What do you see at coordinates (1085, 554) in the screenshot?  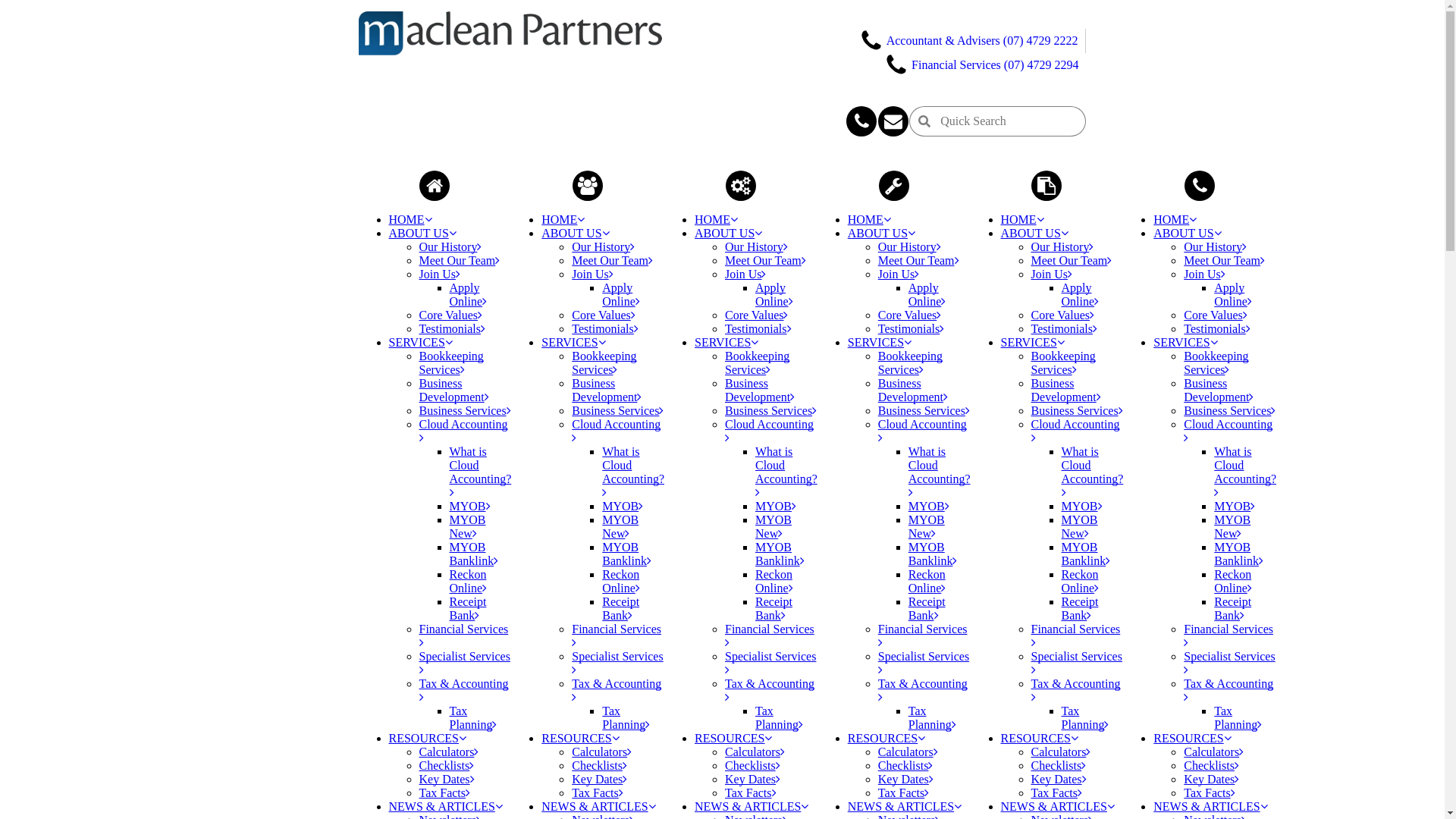 I see `'MYOB Banklink'` at bounding box center [1085, 554].